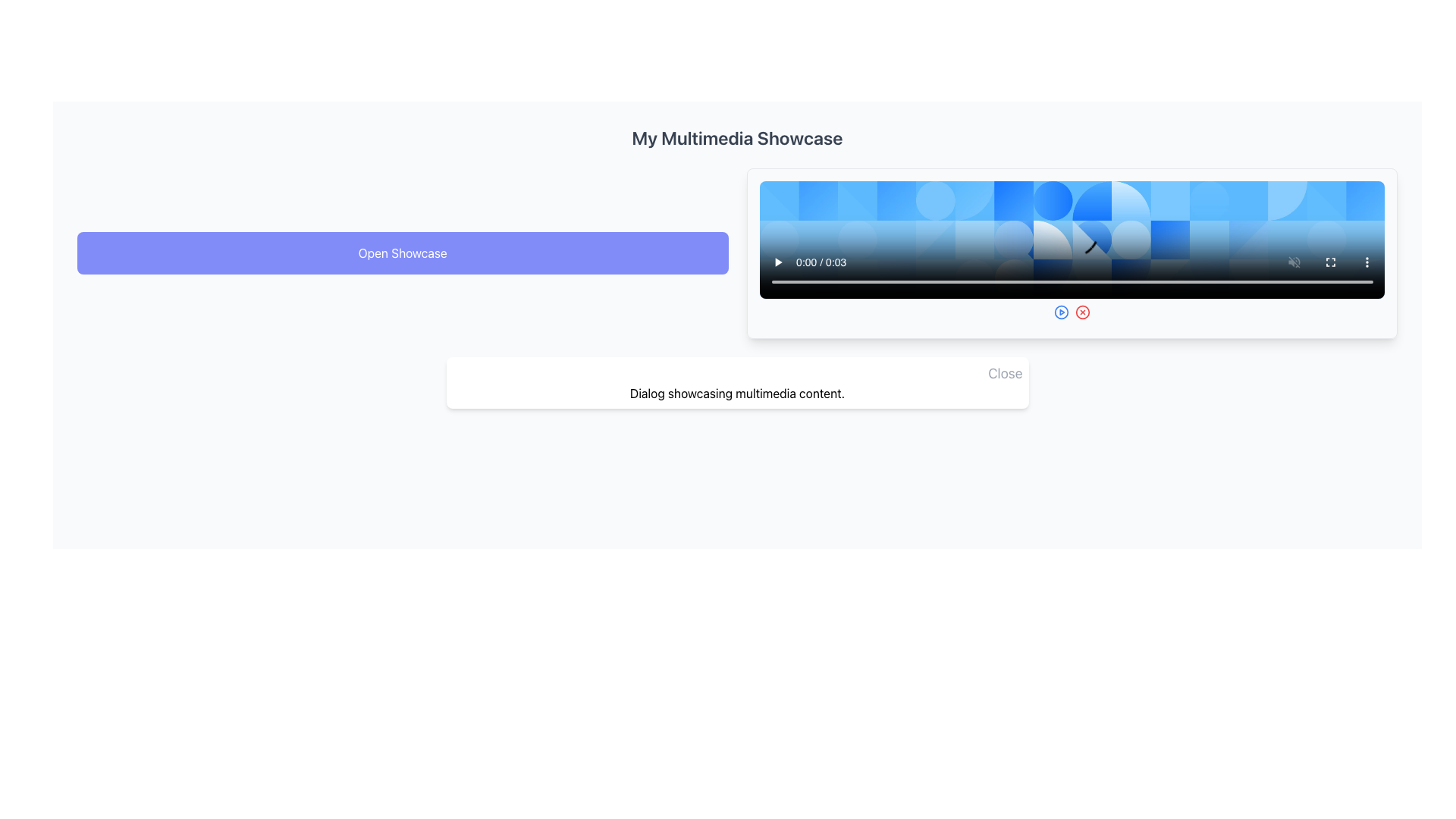 Image resolution: width=1456 pixels, height=819 pixels. Describe the element at coordinates (1005, 373) in the screenshot. I see `the 'Close' button located at the top-right corner of the multimedia dialog` at that location.